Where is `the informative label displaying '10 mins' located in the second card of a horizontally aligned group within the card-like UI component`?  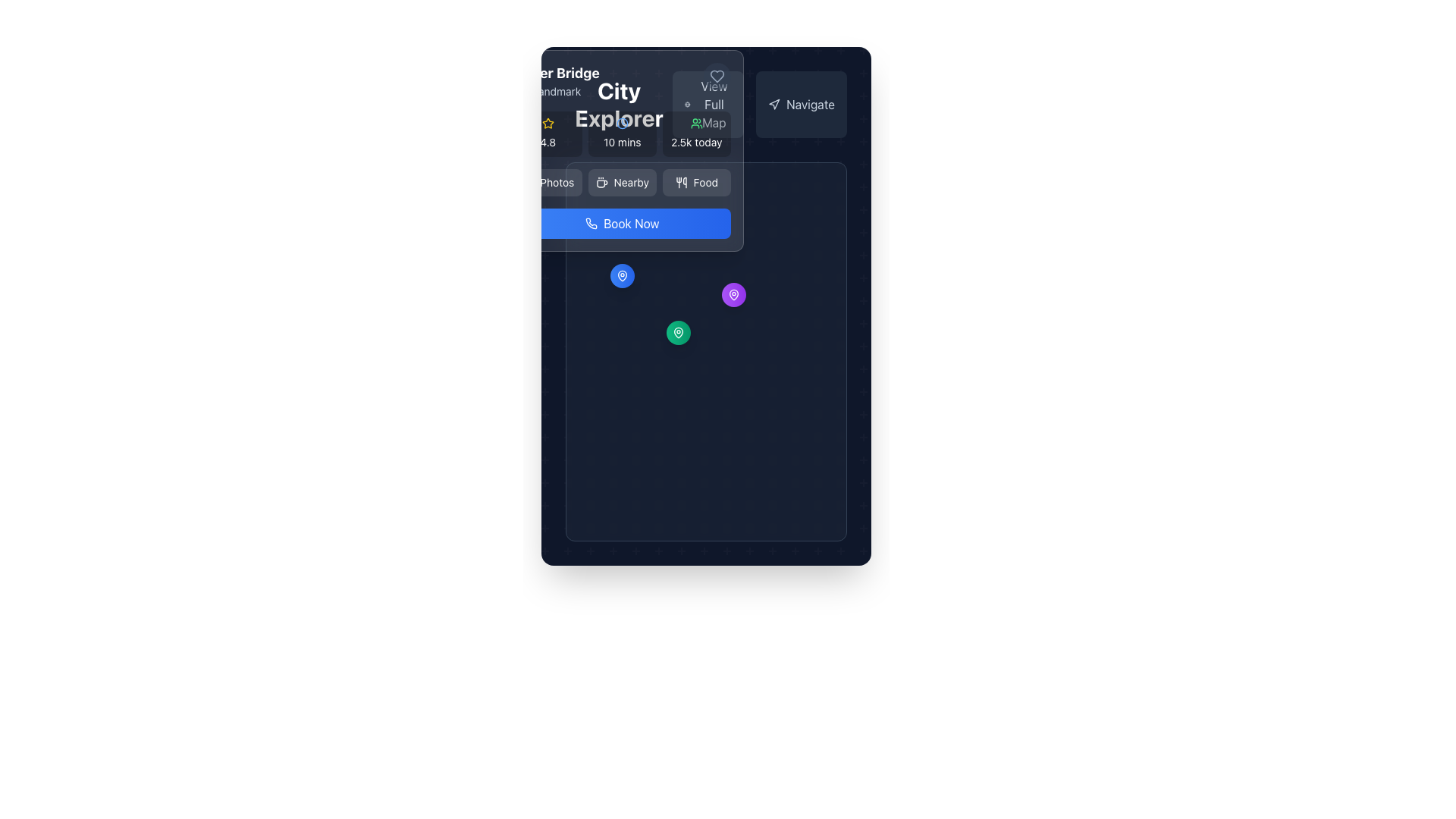 the informative label displaying '10 mins' located in the second card of a horizontally aligned group within the card-like UI component is located at coordinates (622, 133).